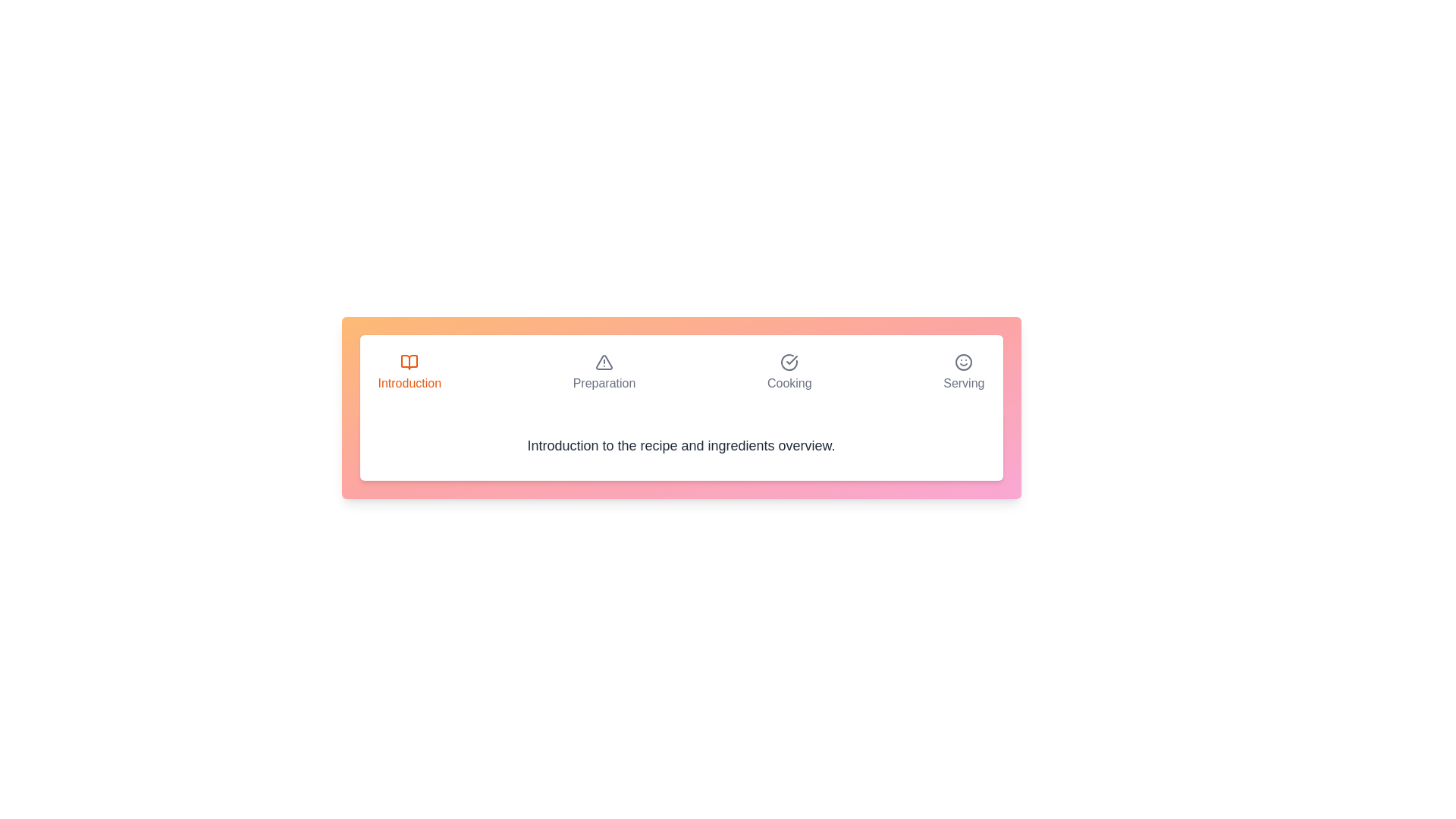 The image size is (1456, 819). I want to click on the tab labeled Introduction, so click(409, 373).